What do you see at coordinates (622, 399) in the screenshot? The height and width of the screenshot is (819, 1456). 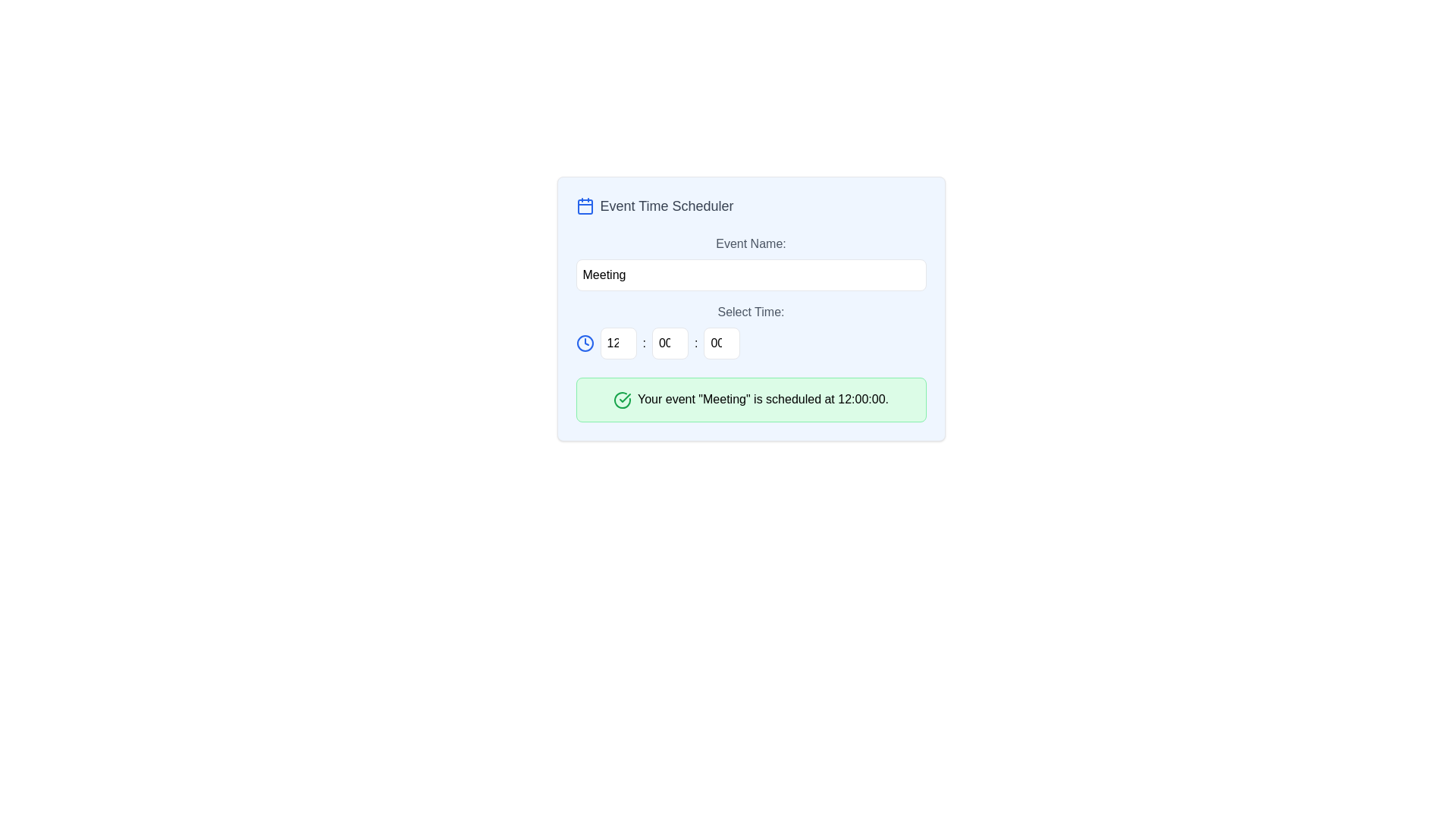 I see `the left section of the tick mark icon within the SVG that indicates scheduling confirmation in the notification box` at bounding box center [622, 399].